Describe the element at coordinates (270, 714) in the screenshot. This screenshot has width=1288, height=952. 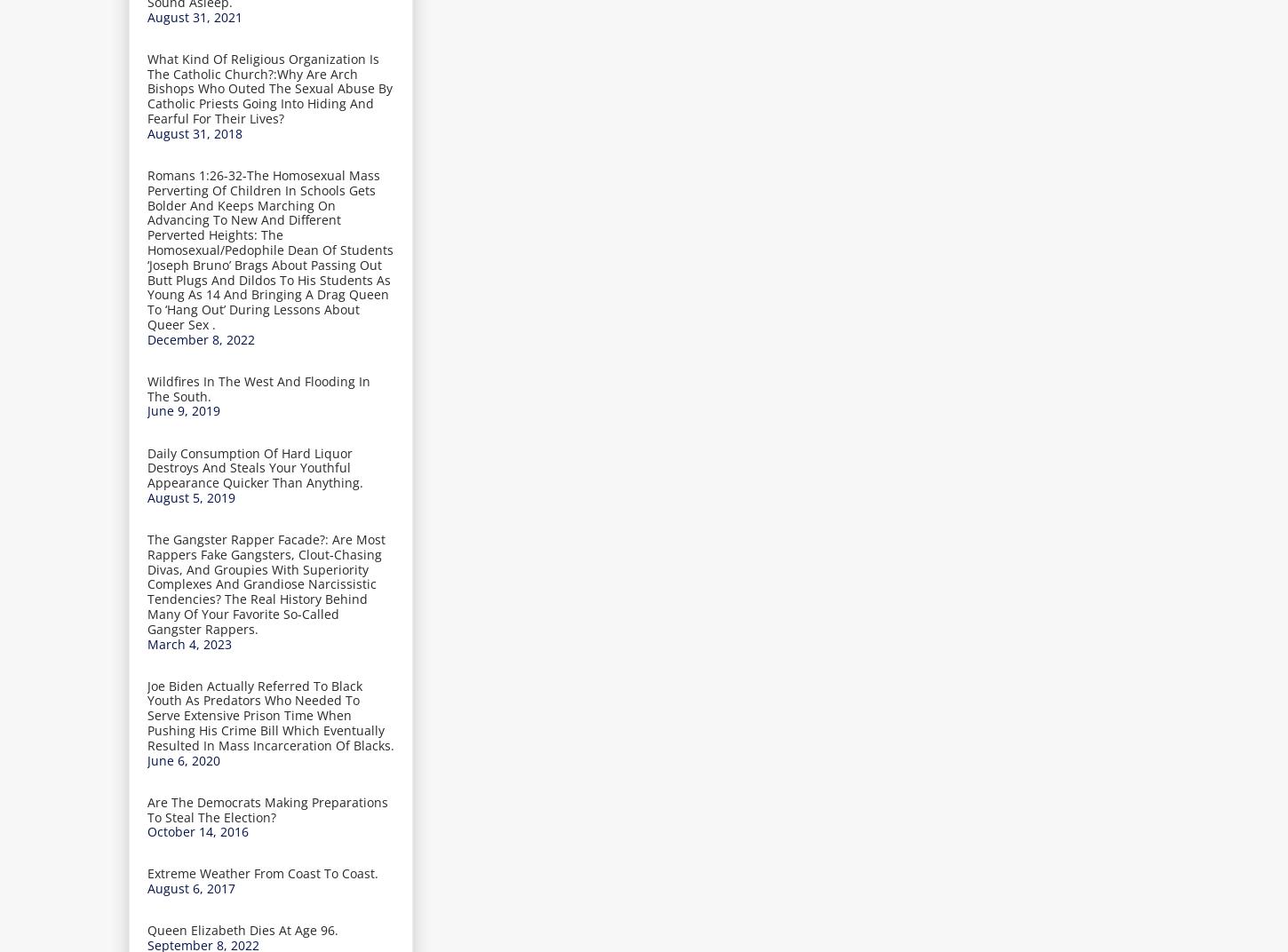
I see `'Joe Biden Actually Referred To Black Youth As Predators Who Needed To Serve Extensive Prison Time When Pushing His Crime Bill Which Eventually Resulted In Mass Incarceration Of Blacks.'` at that location.